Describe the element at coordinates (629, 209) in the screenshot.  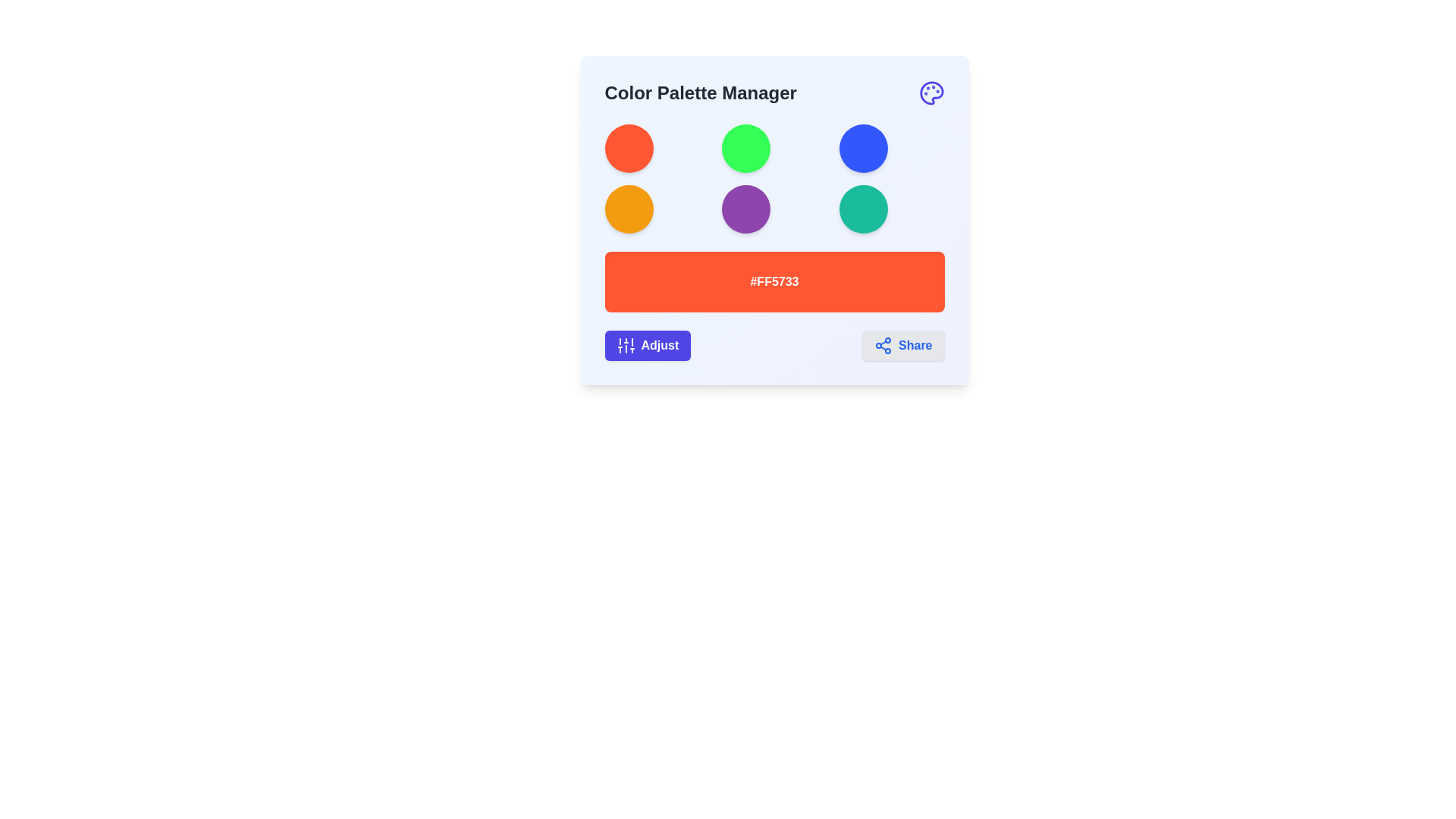
I see `the fourth circular button` at that location.